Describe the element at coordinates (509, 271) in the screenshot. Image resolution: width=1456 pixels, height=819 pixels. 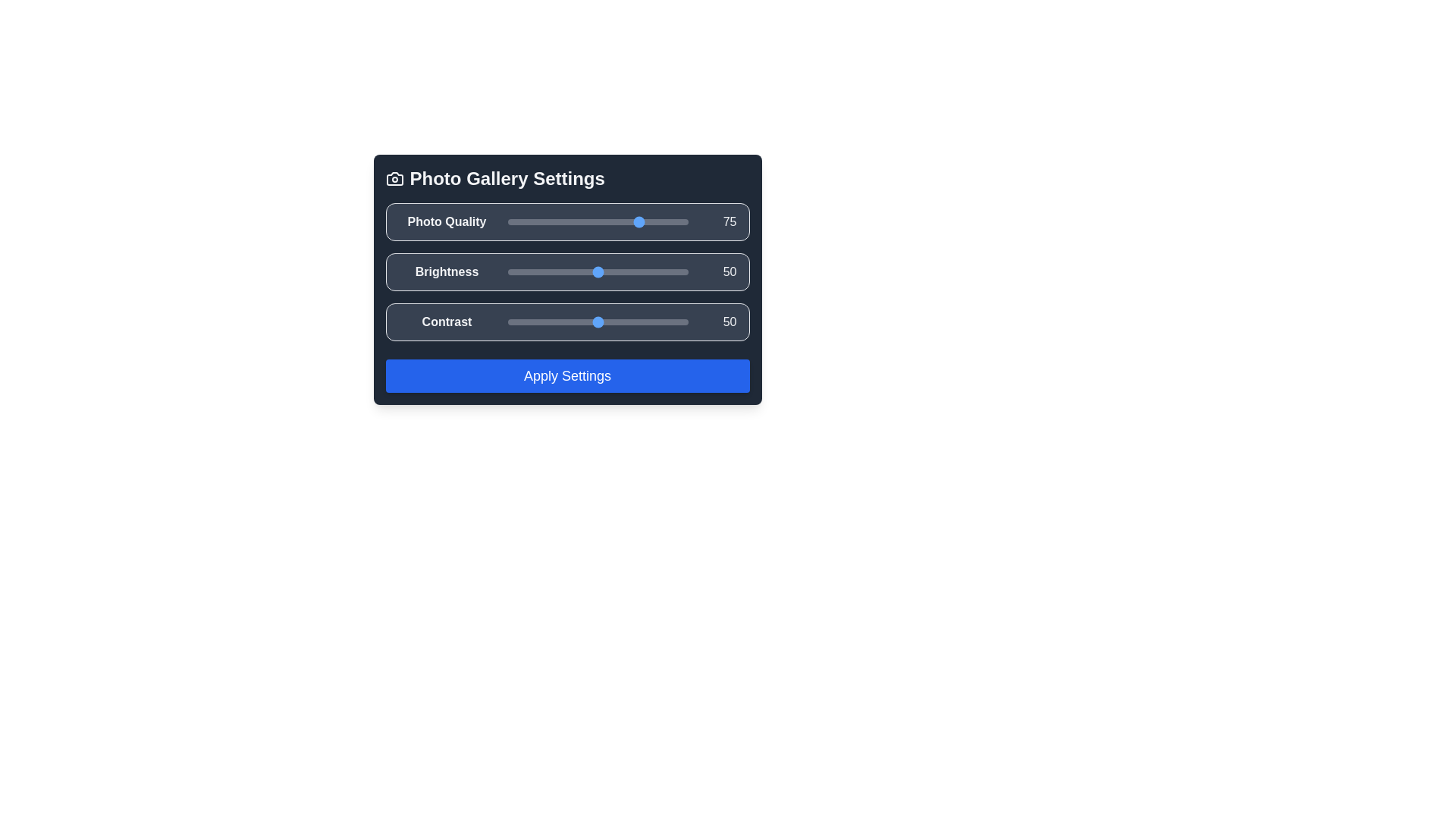
I see `the brightness level` at that location.